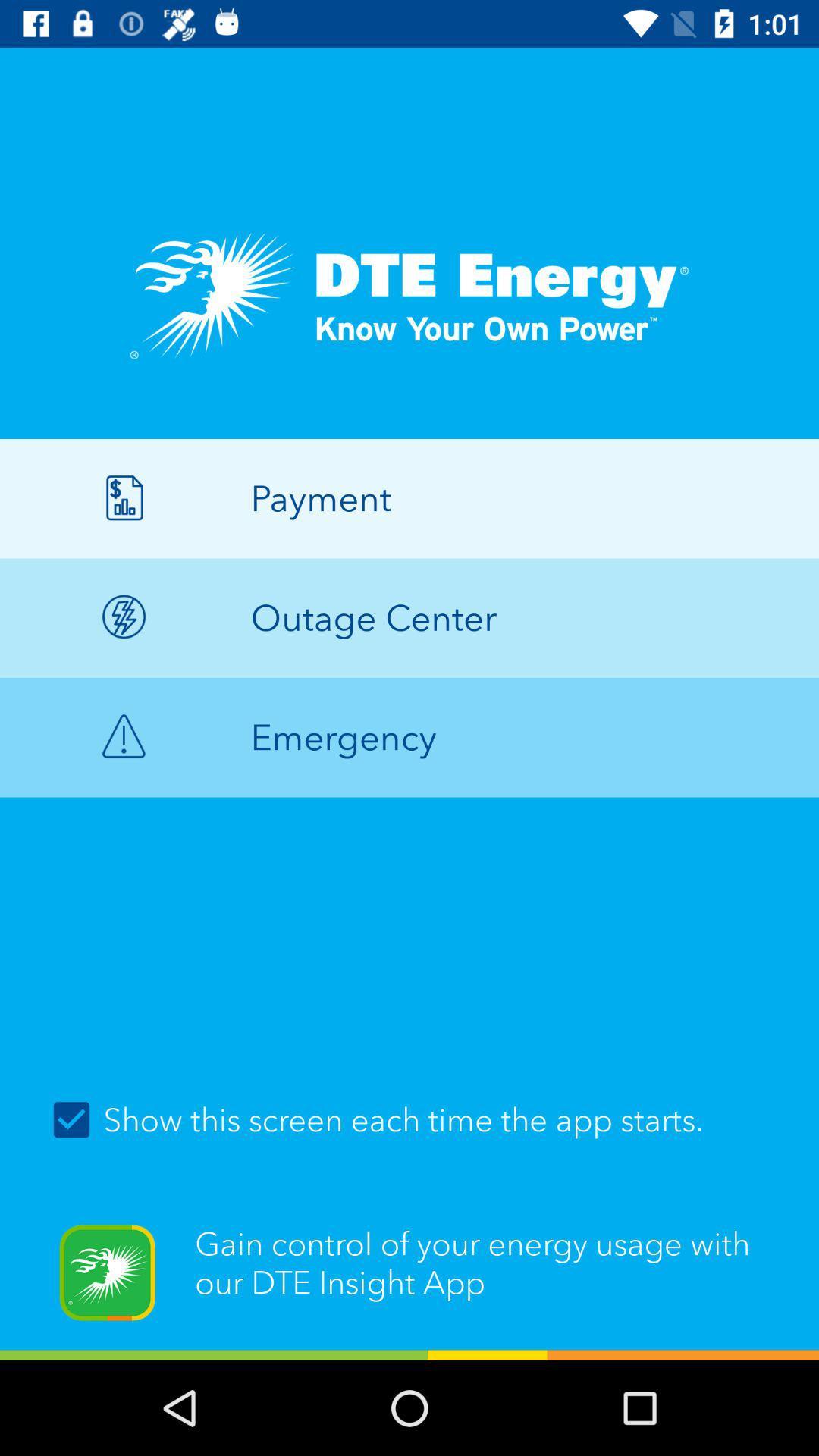 Image resolution: width=819 pixels, height=1456 pixels. I want to click on the icon below outage center icon, so click(409, 737).